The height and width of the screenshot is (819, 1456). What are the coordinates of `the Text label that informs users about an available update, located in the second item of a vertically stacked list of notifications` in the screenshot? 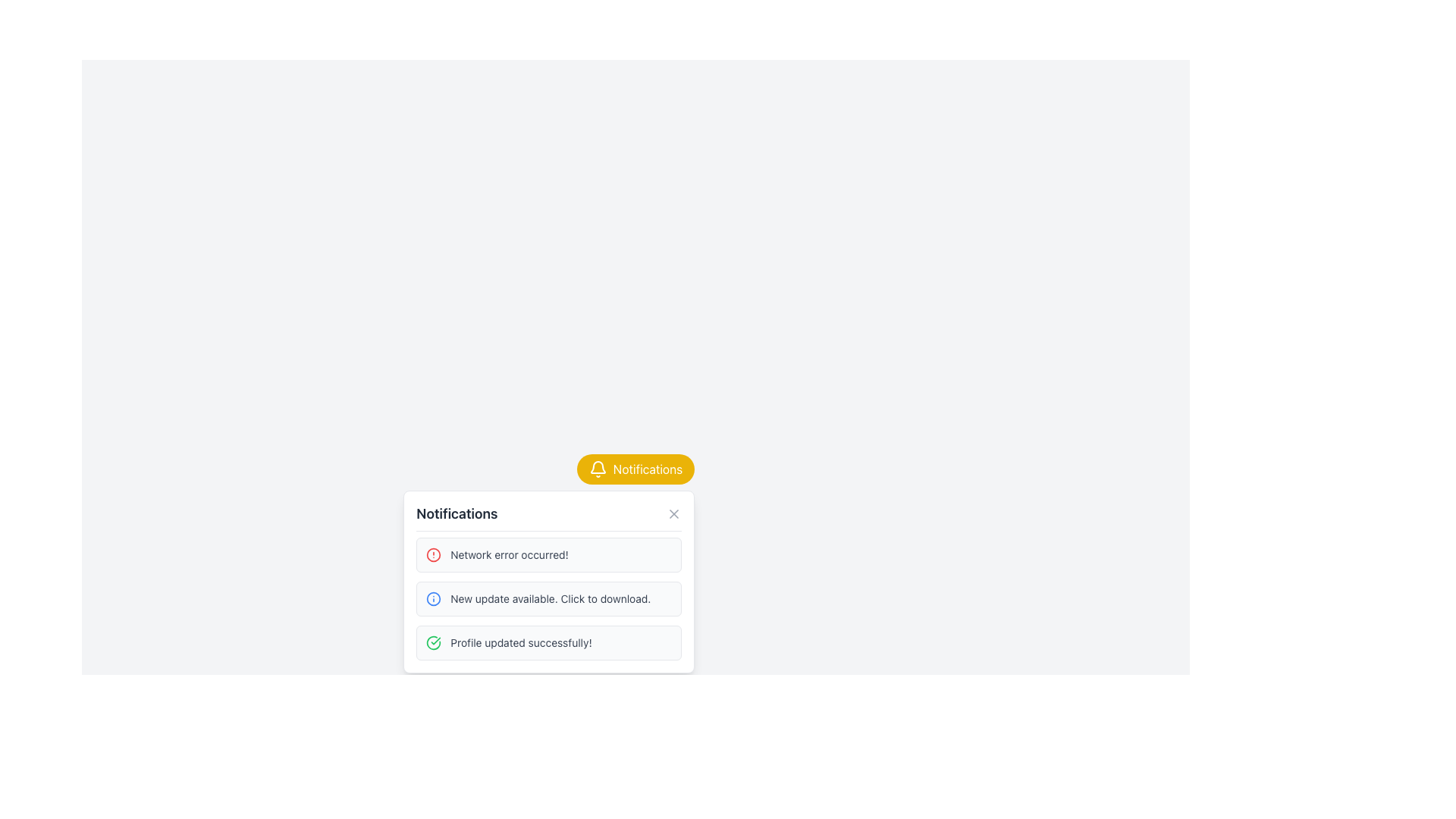 It's located at (550, 598).